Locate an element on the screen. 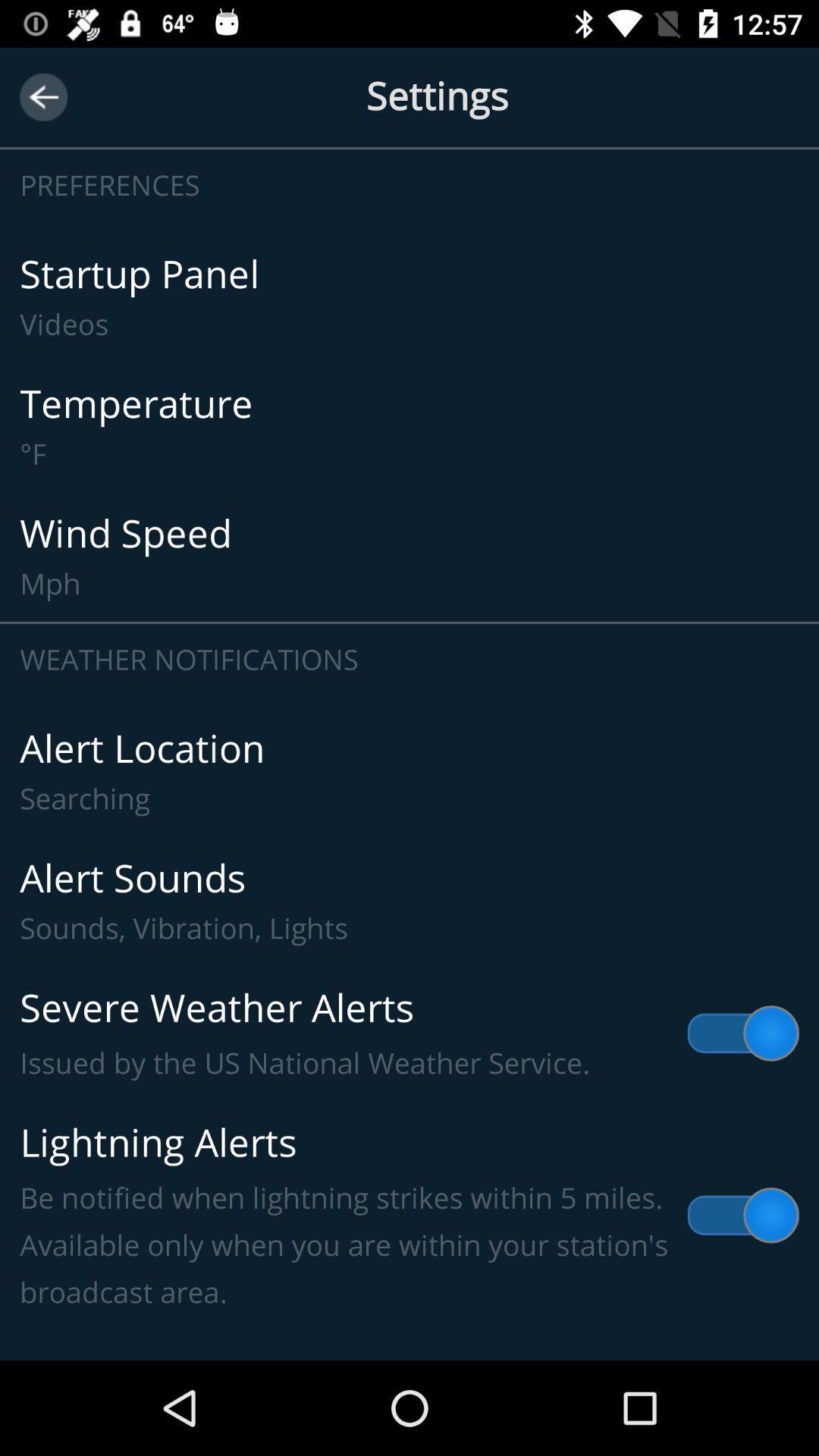  icon below the weather notifications is located at coordinates (409, 771).